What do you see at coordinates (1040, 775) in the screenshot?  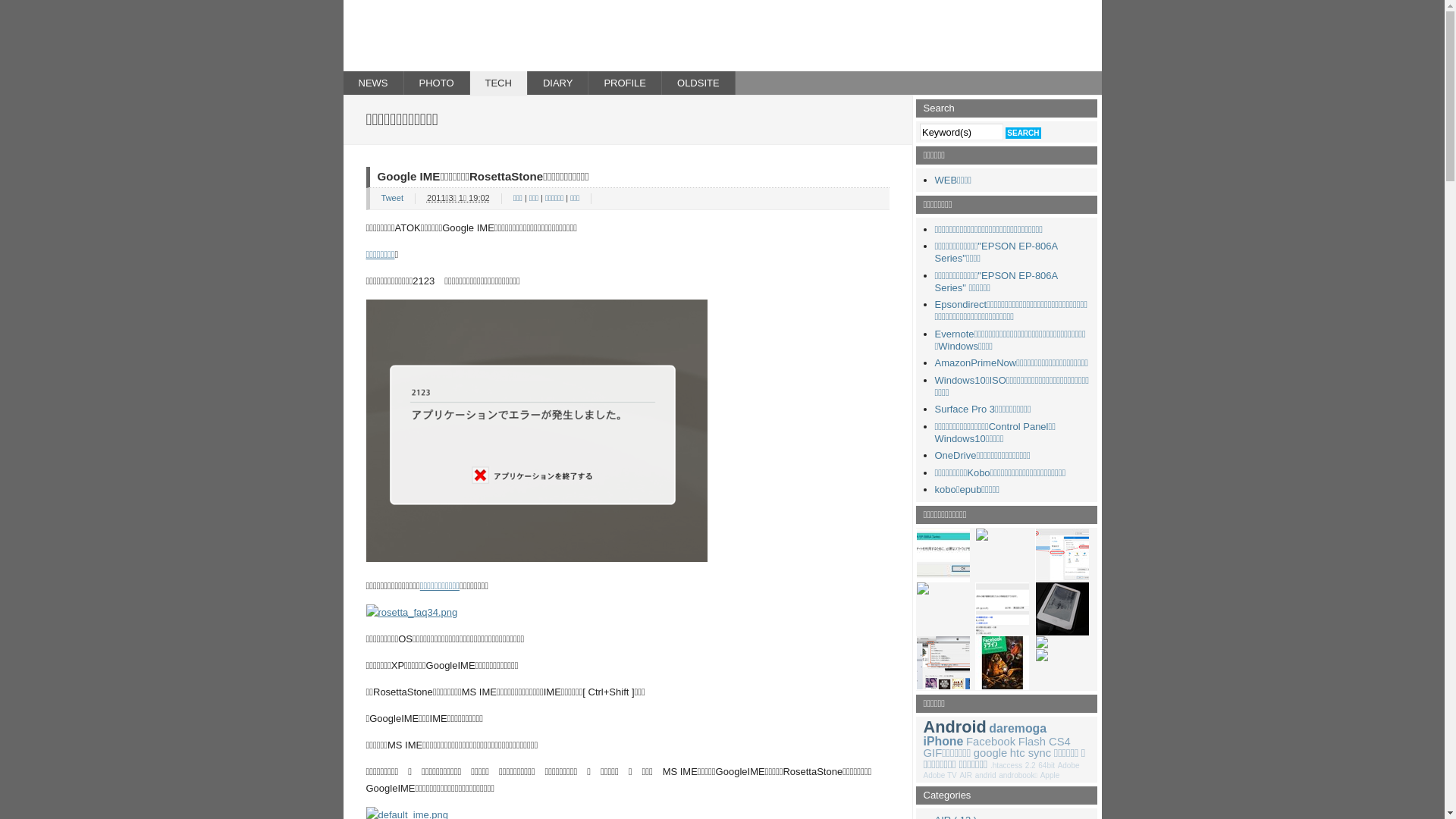 I see `'Apple'` at bounding box center [1040, 775].